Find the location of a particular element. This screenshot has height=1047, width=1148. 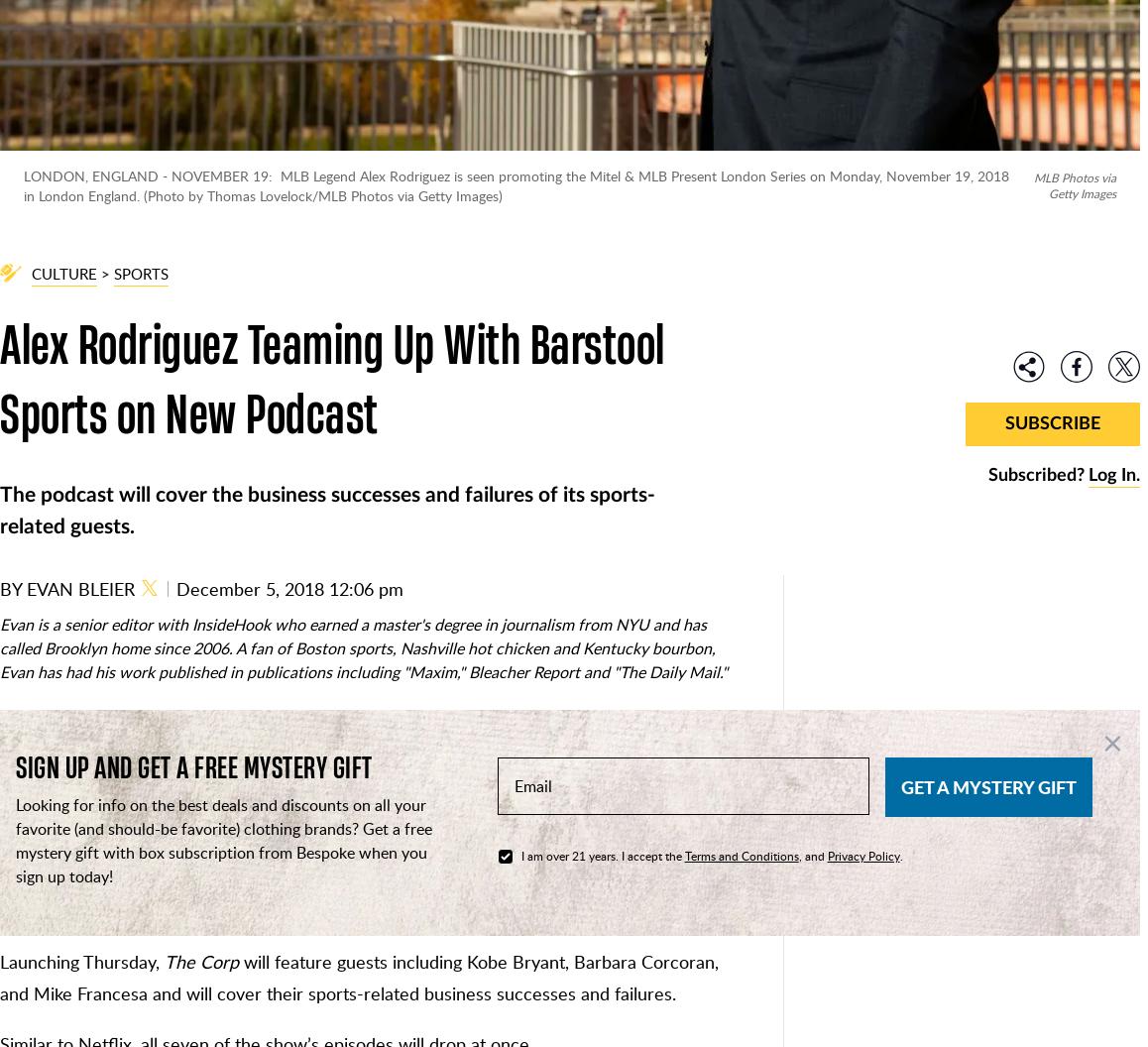

'Evan is a senior editor with InsideHook who earned a master's degree in journalism from NYU and has called Brooklyn home since 2006. A fan of Boston sports, Nashville hot chicken and Kentucky bourbon, Evan has had his work published in publications including "Maxim," Bleacher Report and "The Daily Mail."' is located at coordinates (362, 646).